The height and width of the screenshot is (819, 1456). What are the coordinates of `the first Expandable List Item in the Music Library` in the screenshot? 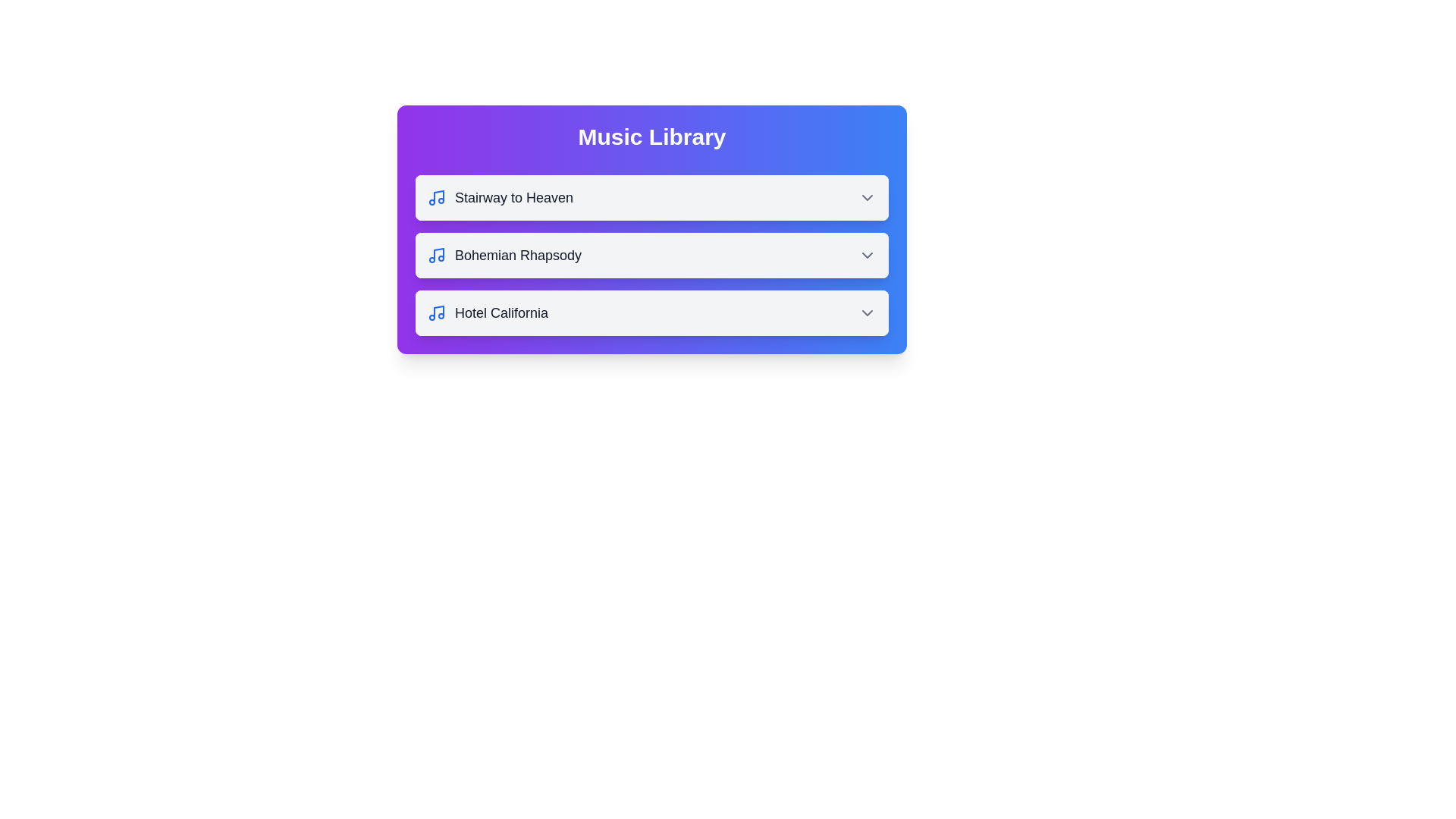 It's located at (651, 197).